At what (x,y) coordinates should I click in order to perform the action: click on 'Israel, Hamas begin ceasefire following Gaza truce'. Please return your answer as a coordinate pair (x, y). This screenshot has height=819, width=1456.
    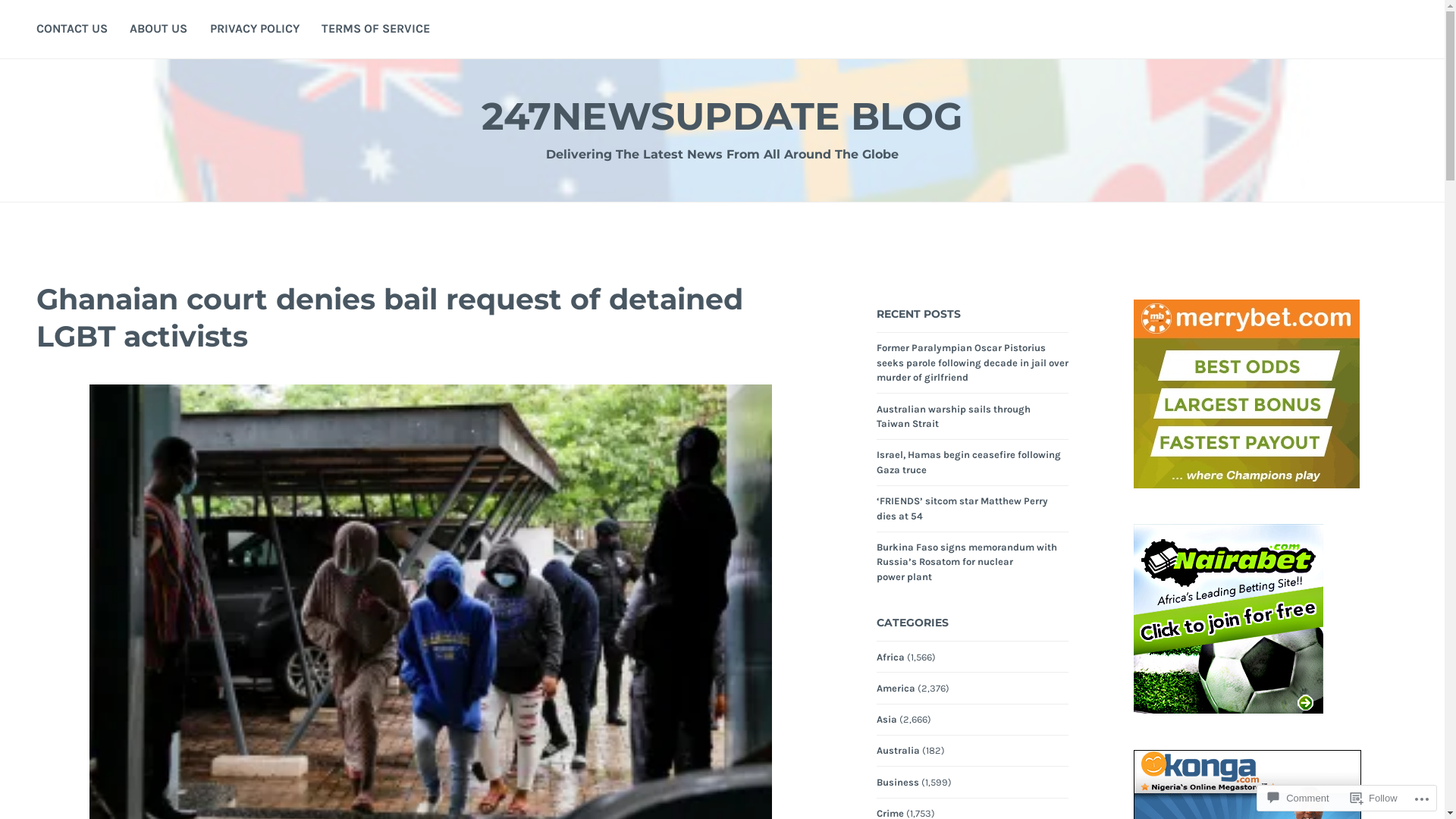
    Looking at the image, I should click on (968, 461).